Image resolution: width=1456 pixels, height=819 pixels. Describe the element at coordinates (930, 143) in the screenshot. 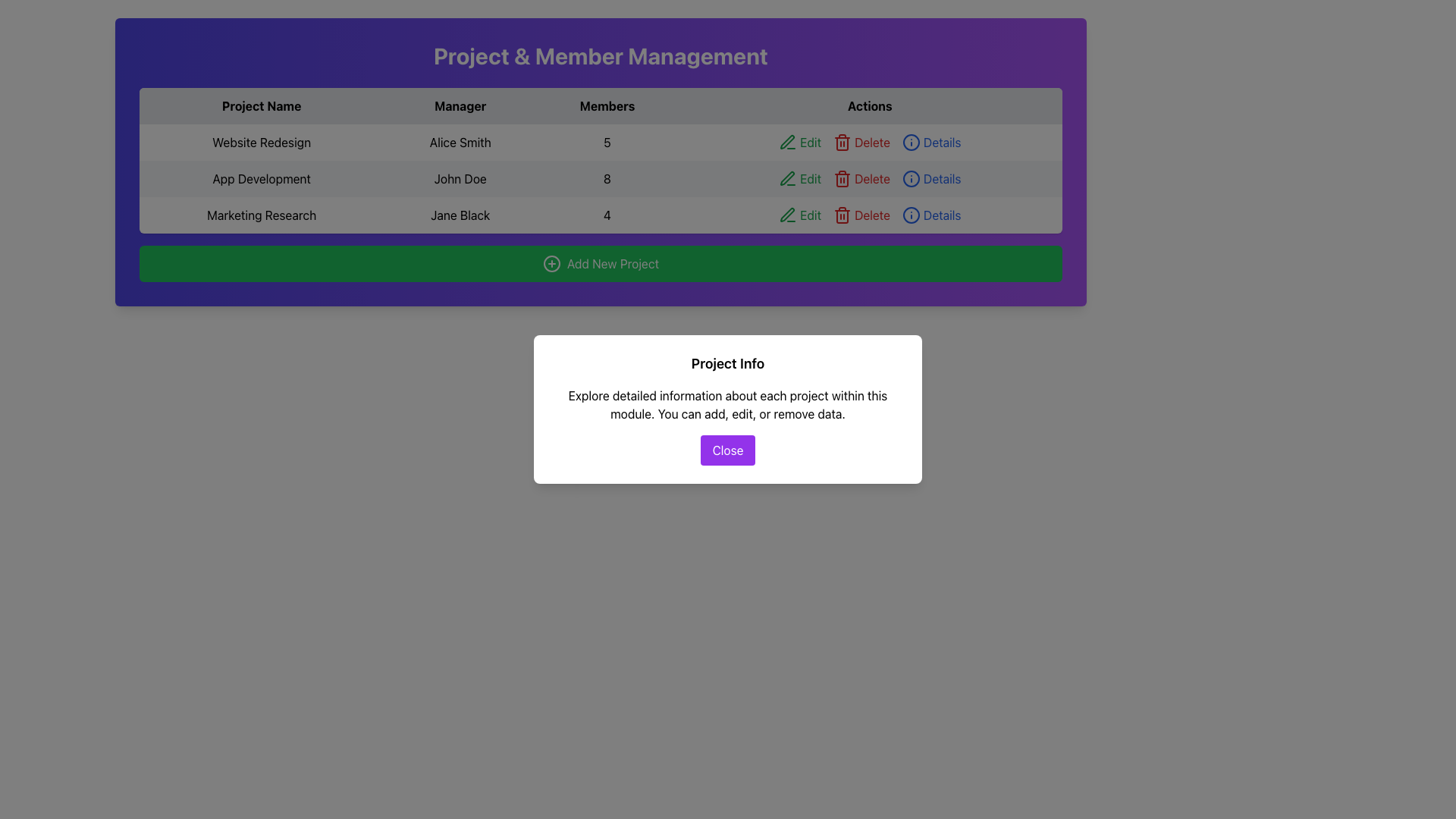

I see `the third action button in the 'Actions' column of the 'Project & Member Management' table` at that location.